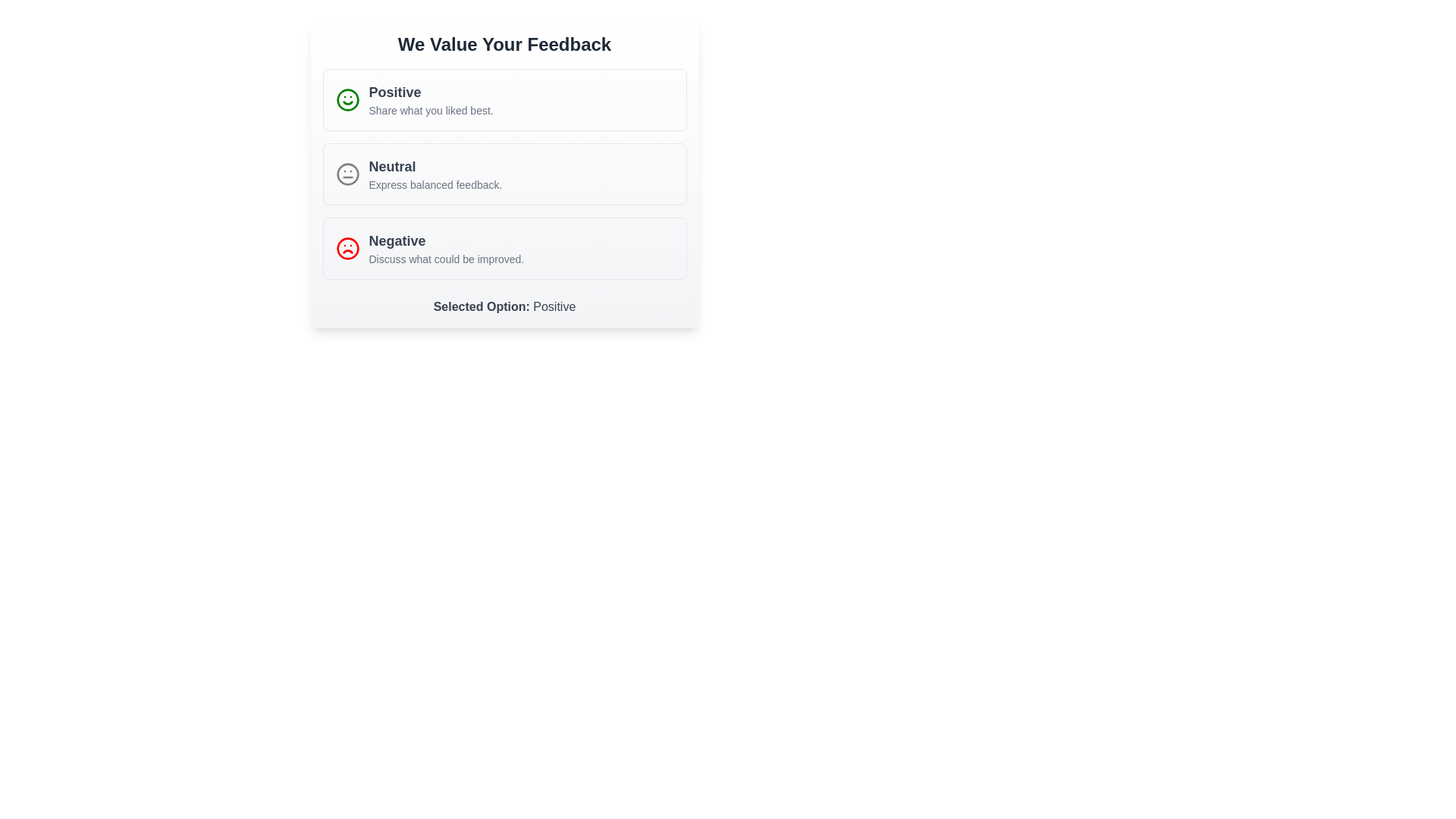 The width and height of the screenshot is (1456, 819). What do you see at coordinates (347, 174) in the screenshot?
I see `the circular neutral face icon located to the left of the text labeled 'Neutral: Express balanced feedback.' This icon features a minimalist design with a gray outline and two dot eyes` at bounding box center [347, 174].